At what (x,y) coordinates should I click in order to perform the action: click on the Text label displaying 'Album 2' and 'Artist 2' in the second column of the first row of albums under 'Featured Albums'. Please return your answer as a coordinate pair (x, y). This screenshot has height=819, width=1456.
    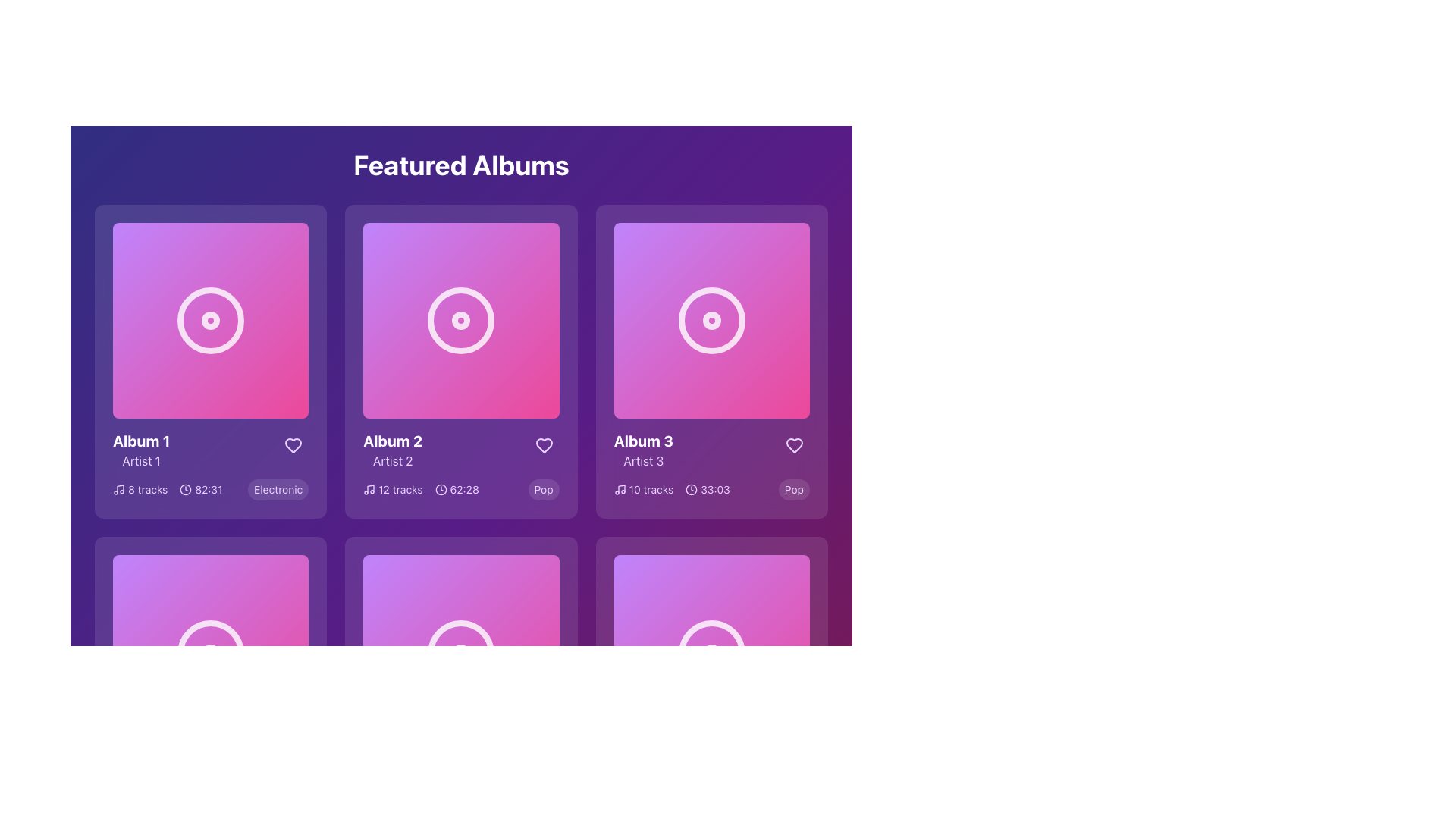
    Looking at the image, I should click on (393, 450).